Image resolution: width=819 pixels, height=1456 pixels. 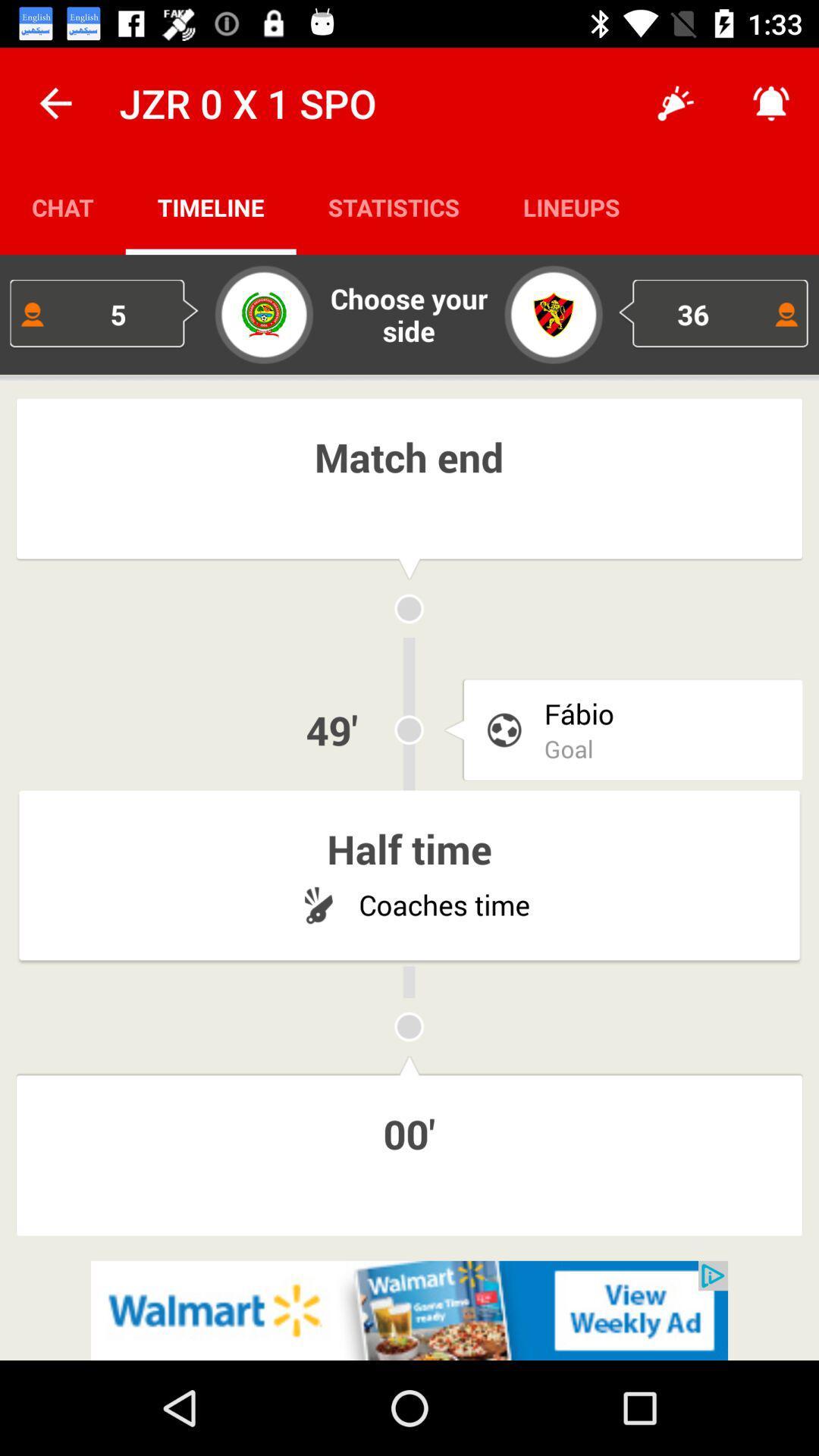 What do you see at coordinates (393, 206) in the screenshot?
I see `timeline beside right side option` at bounding box center [393, 206].